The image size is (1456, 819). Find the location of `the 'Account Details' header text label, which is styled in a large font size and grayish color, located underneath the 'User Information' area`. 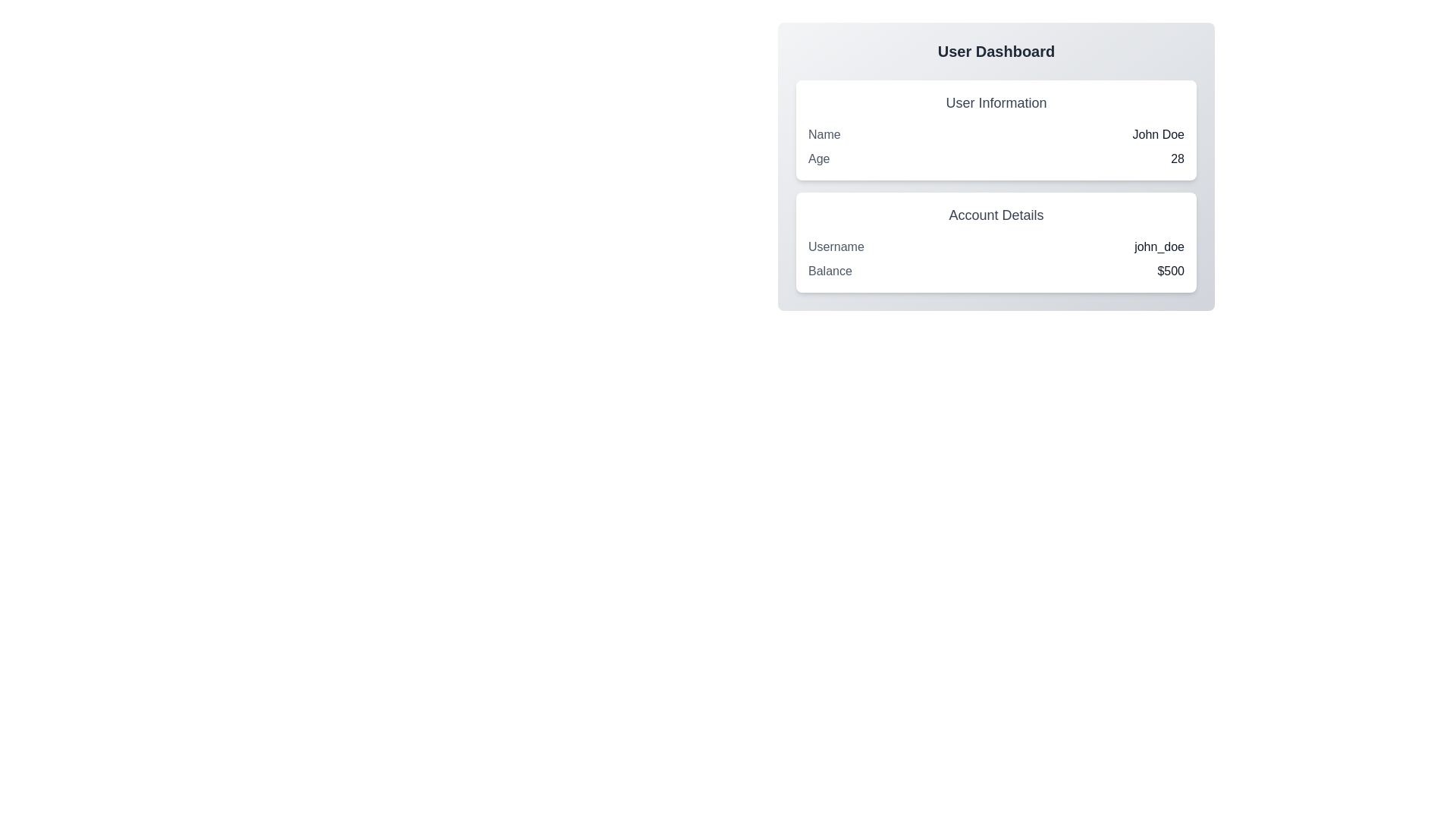

the 'Account Details' header text label, which is styled in a large font size and grayish color, located underneath the 'User Information' area is located at coordinates (996, 215).